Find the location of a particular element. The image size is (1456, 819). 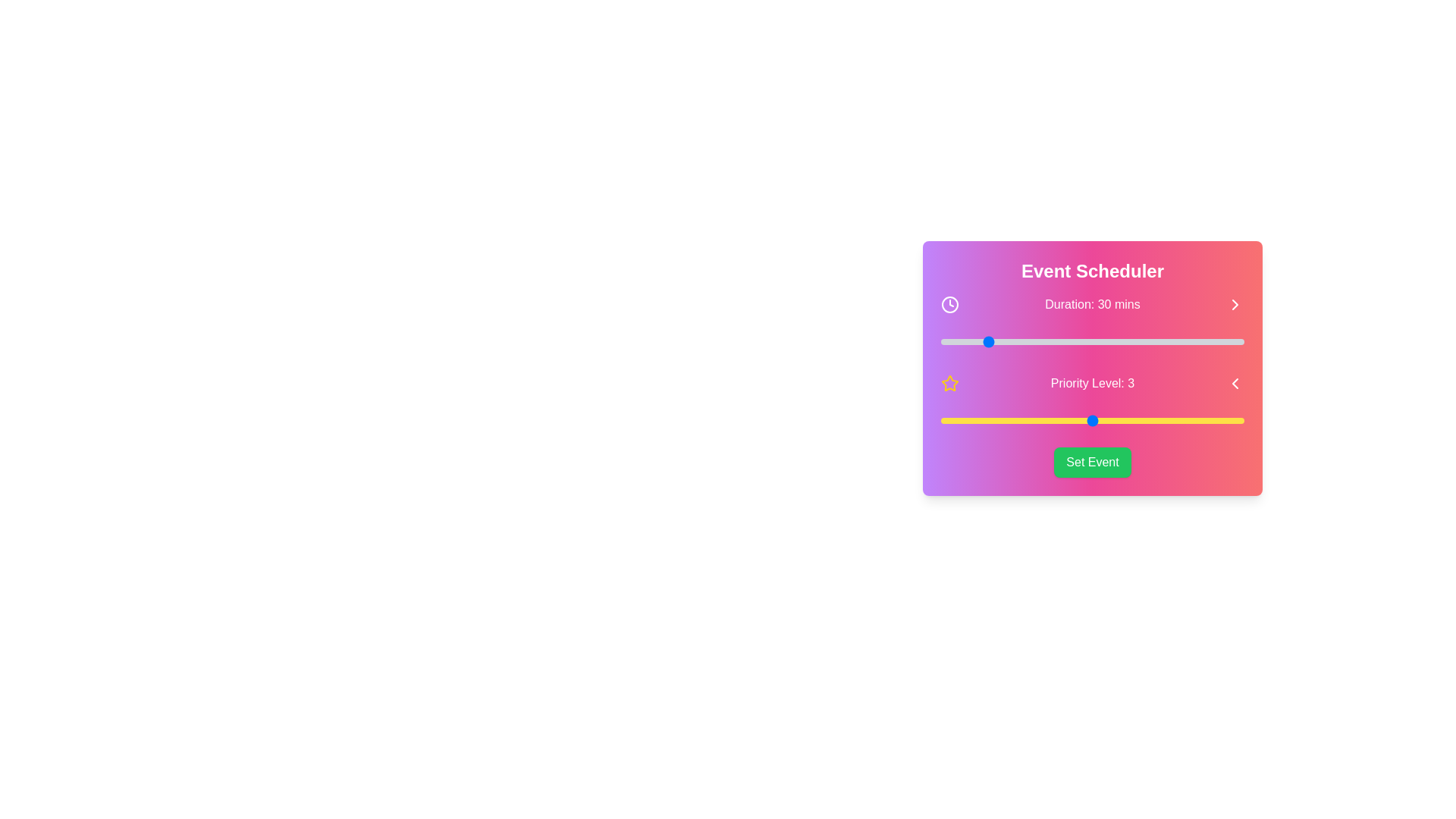

the clock icon, which is styled in white against a colored background, located to the left of the 'Duration: 30 mins' text in the 'Event Scheduler' section is located at coordinates (949, 304).